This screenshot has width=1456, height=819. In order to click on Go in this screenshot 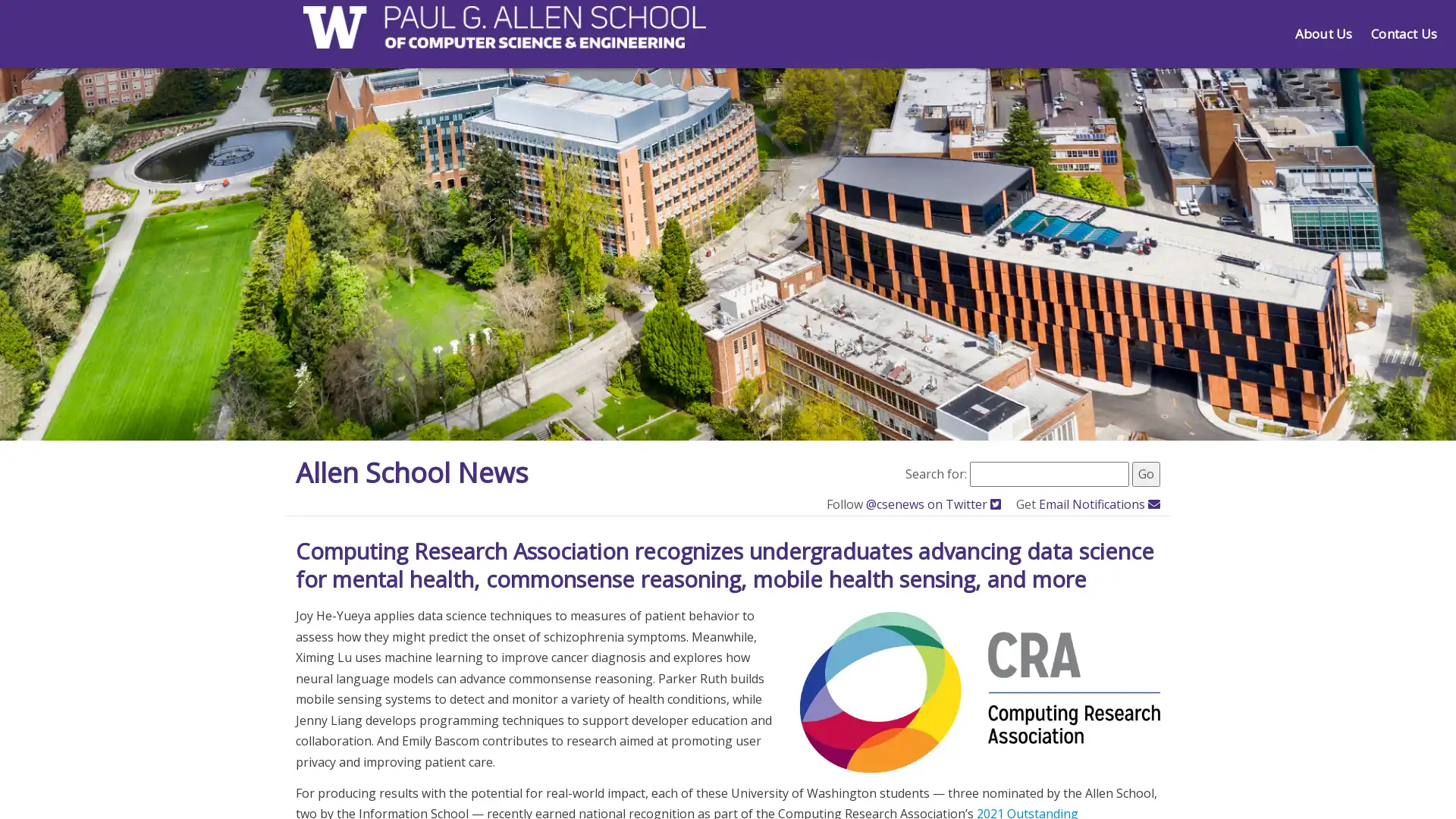, I will do `click(1146, 472)`.